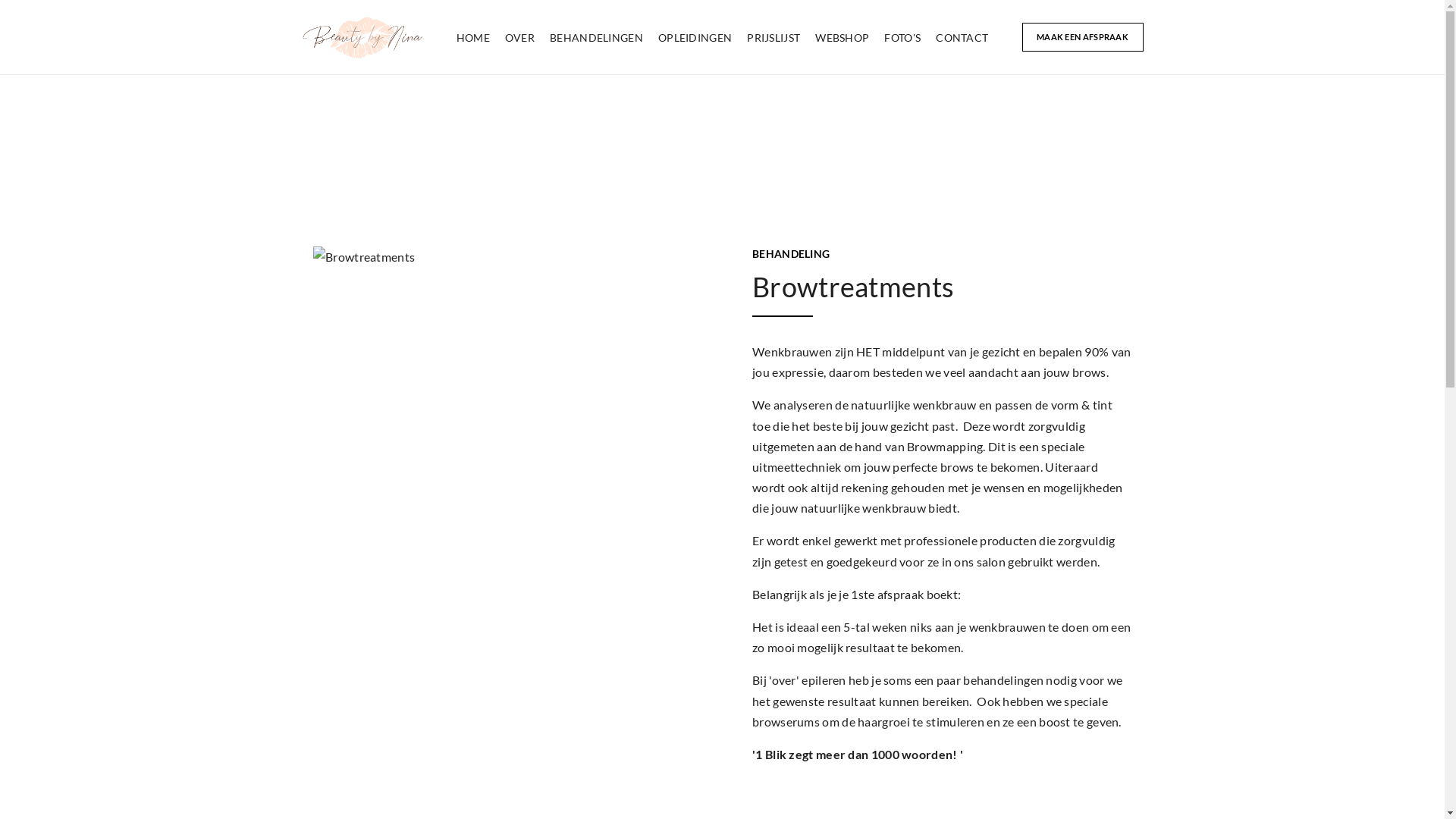 The width and height of the screenshot is (1456, 819). Describe the element at coordinates (472, 36) in the screenshot. I see `'HOME'` at that location.